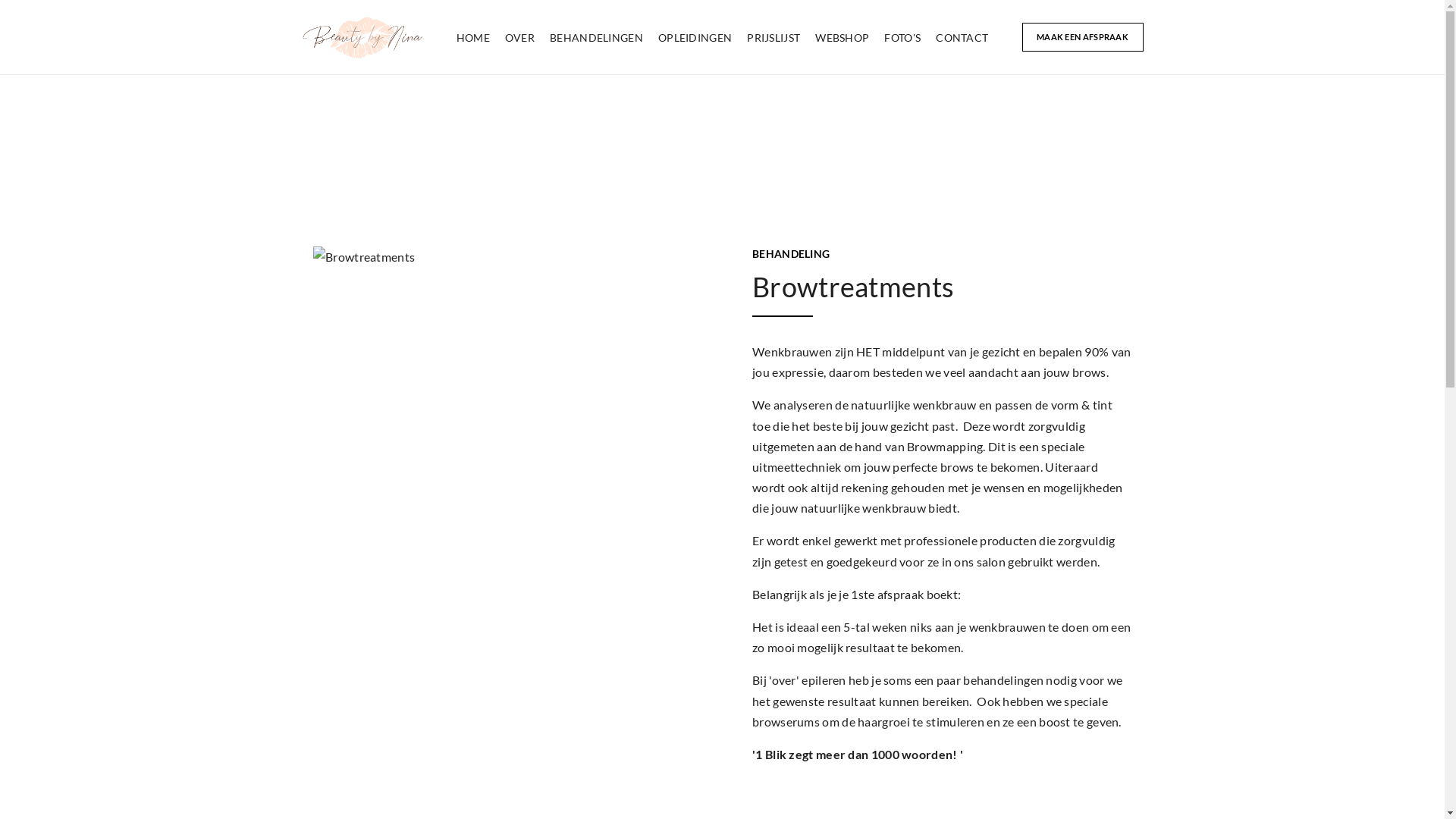 The width and height of the screenshot is (1456, 819). Describe the element at coordinates (472, 36) in the screenshot. I see `'HOME'` at that location.